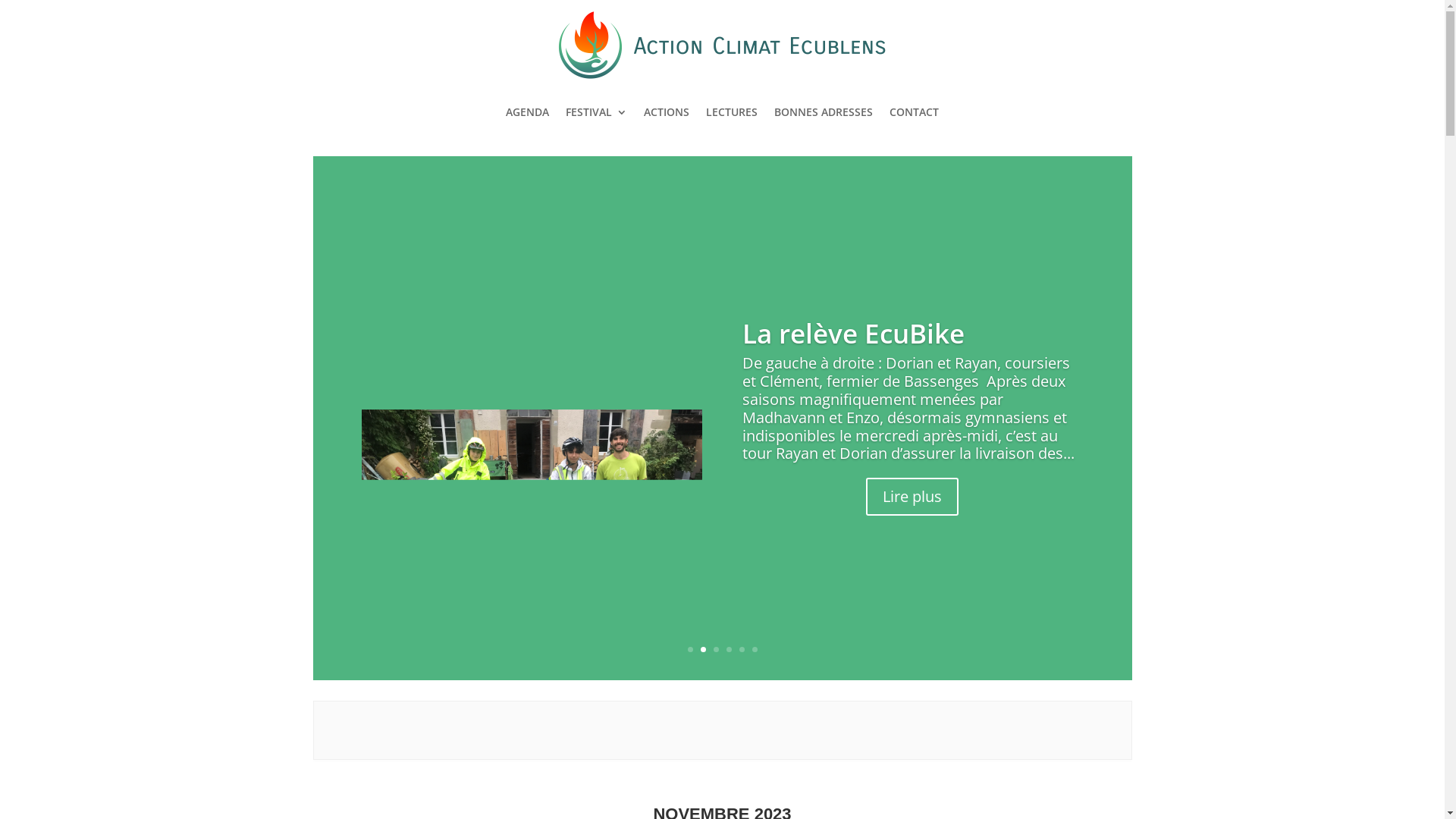 The image size is (1456, 819). Describe the element at coordinates (714, 648) in the screenshot. I see `'3'` at that location.